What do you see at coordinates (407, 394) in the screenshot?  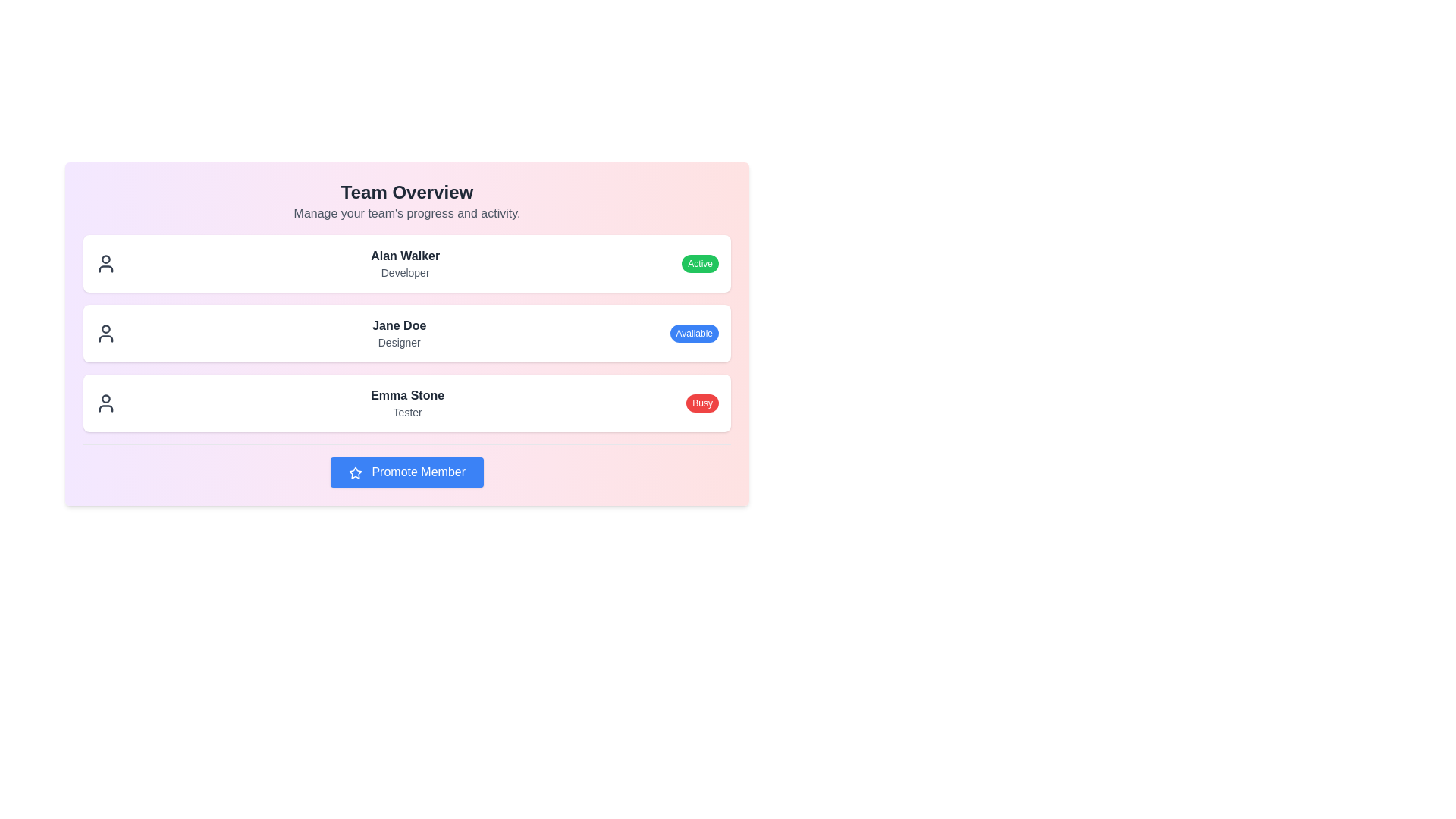 I see `the Text Label displaying the name of the team member, Emma Stone, which is located centrally in the row corresponding to her information` at bounding box center [407, 394].